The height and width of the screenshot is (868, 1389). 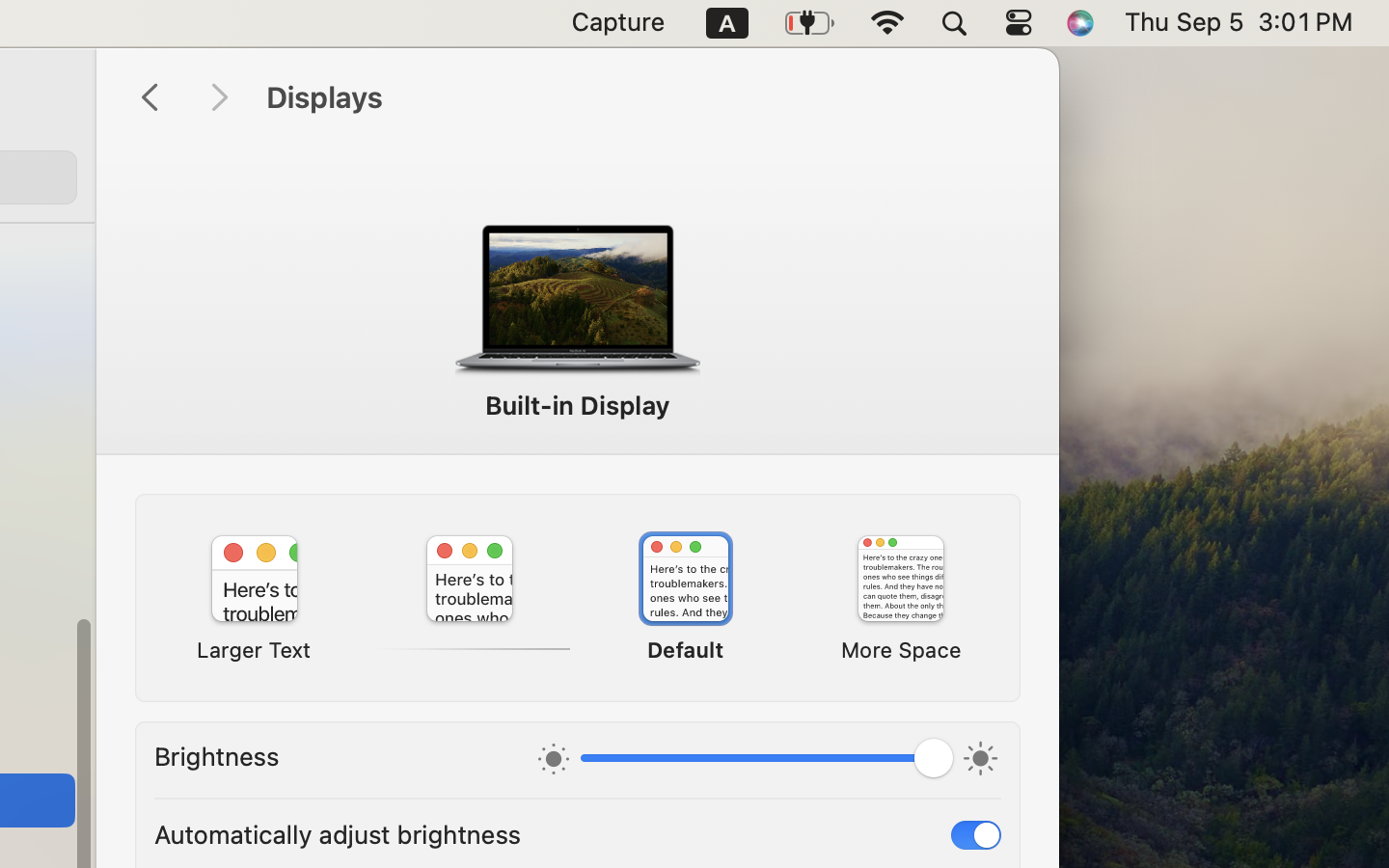 I want to click on 'Automatically adjust brightness', so click(x=338, y=833).